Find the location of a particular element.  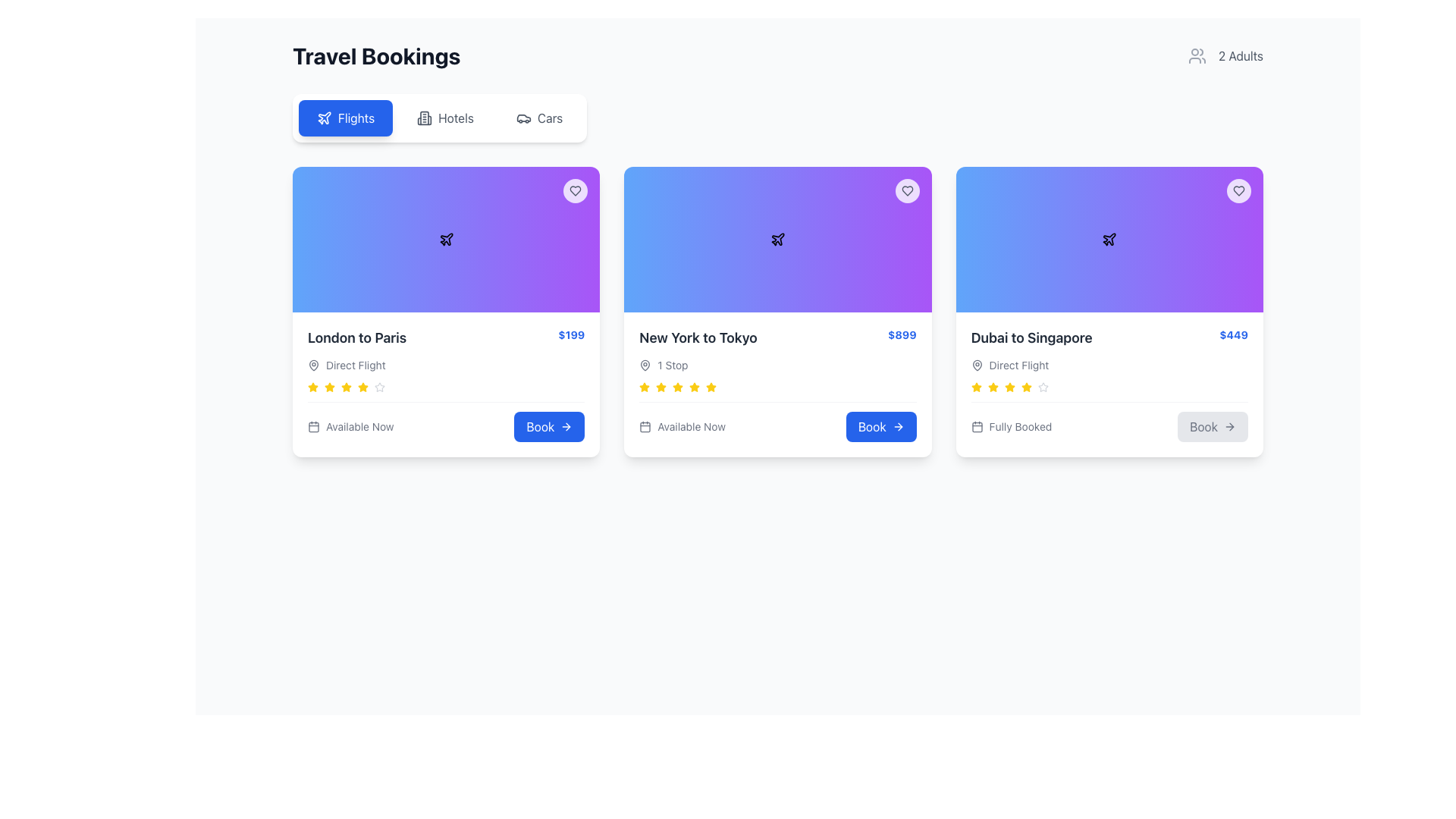

the arrow icon within the 'Book' button on the travel card for the trip from 'Dubai to Singapore' is located at coordinates (1230, 427).